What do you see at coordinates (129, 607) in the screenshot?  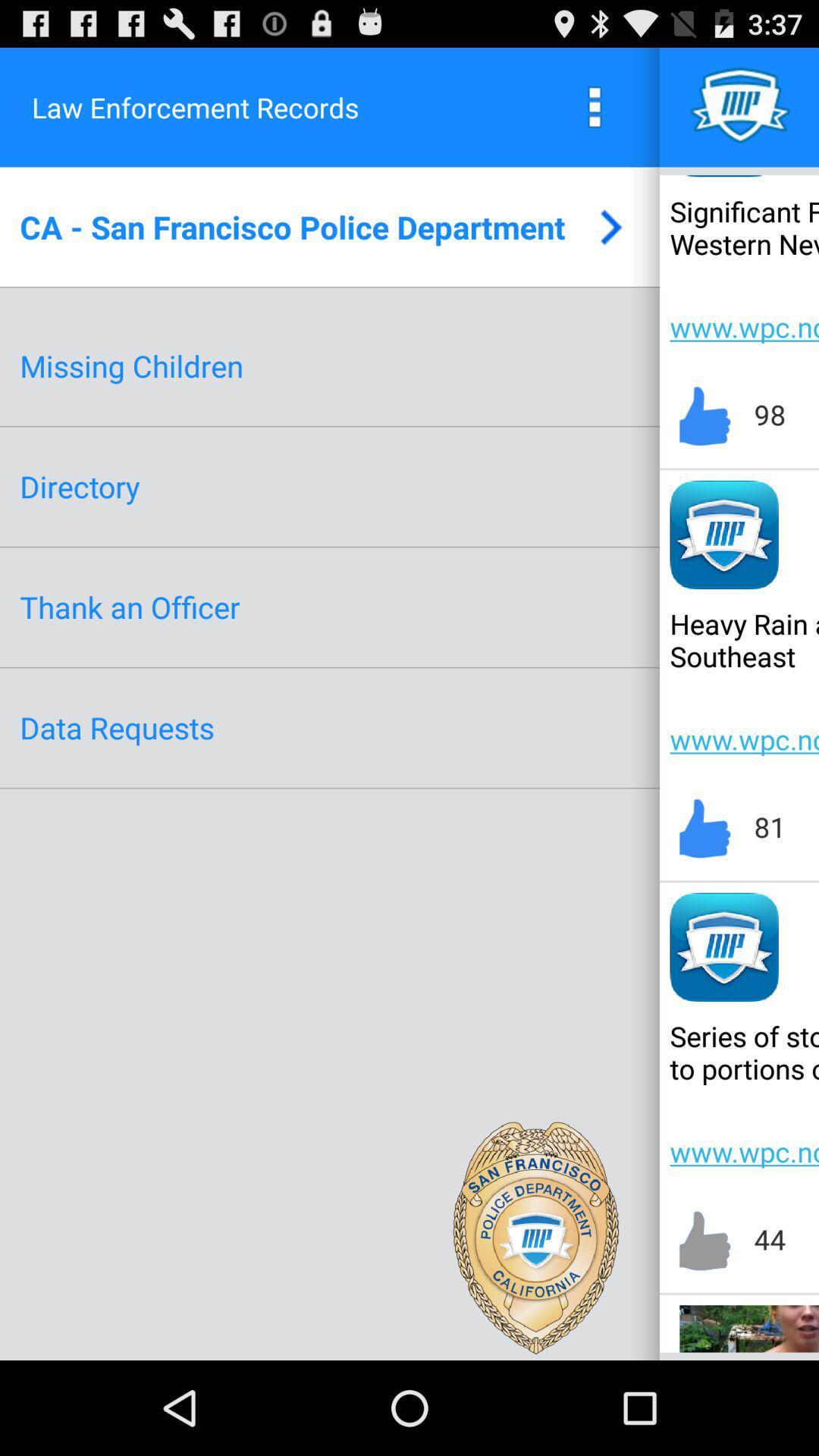 I see `thank an officer icon` at bounding box center [129, 607].